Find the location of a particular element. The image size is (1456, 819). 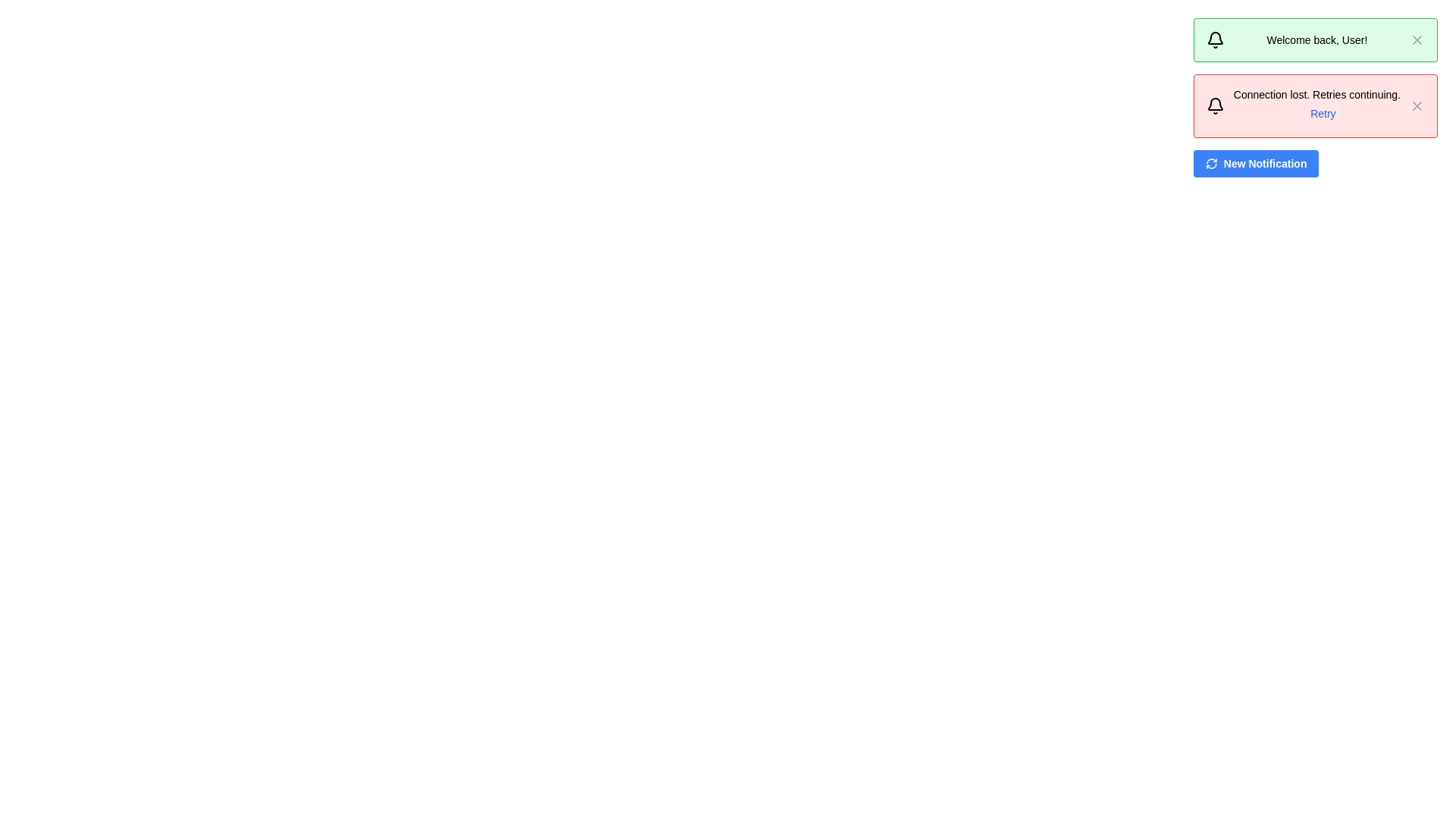

the 'Retry' button located to the far right of the notification box, which allows users to manually retry a connection or an action after a failure is located at coordinates (1316, 113).